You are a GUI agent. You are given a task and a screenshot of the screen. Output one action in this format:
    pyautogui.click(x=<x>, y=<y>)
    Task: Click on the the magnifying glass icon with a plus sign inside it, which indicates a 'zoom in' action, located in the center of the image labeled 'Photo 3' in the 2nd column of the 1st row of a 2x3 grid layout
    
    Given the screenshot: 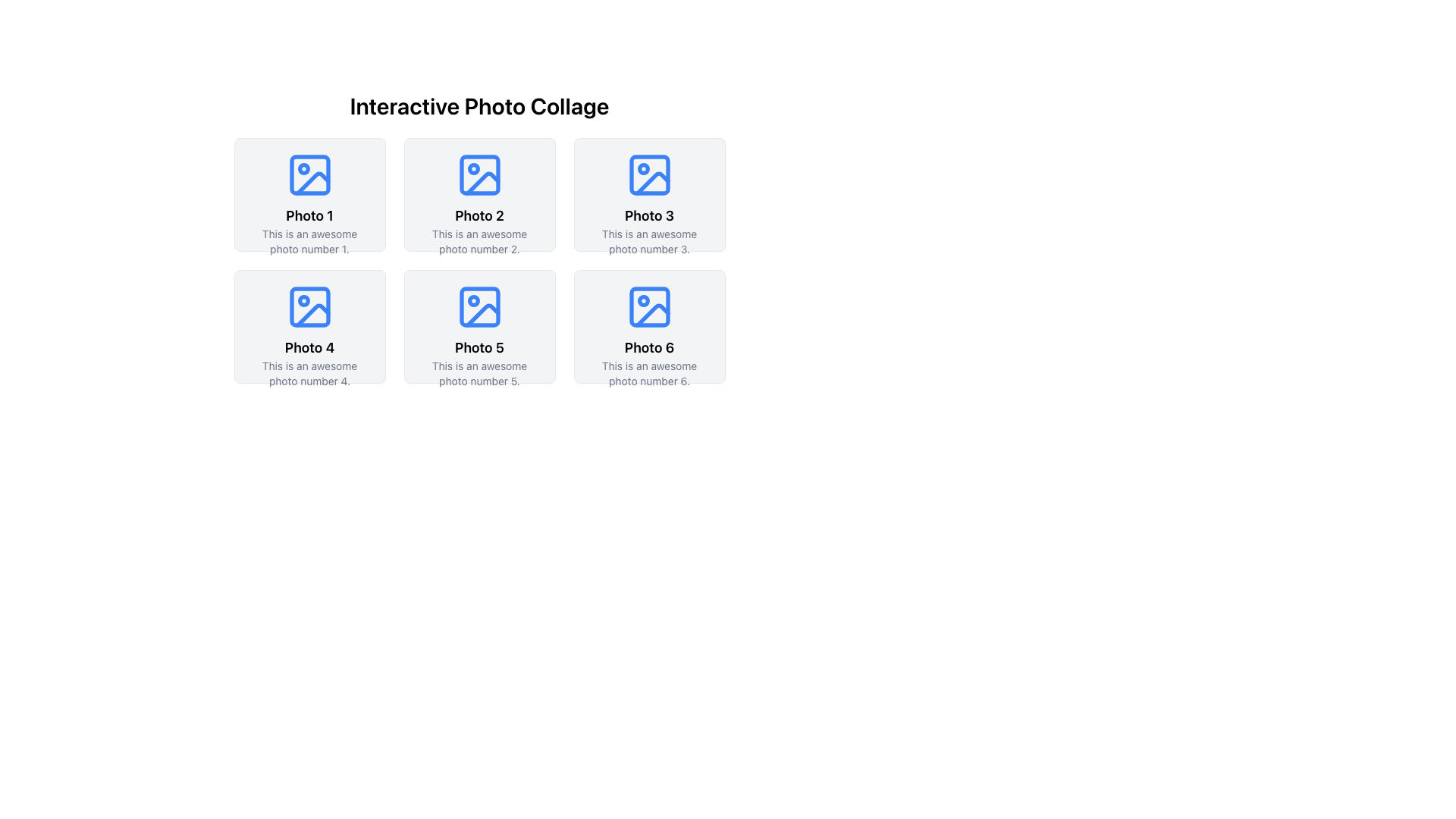 What is the action you would take?
    pyautogui.click(x=649, y=194)
    